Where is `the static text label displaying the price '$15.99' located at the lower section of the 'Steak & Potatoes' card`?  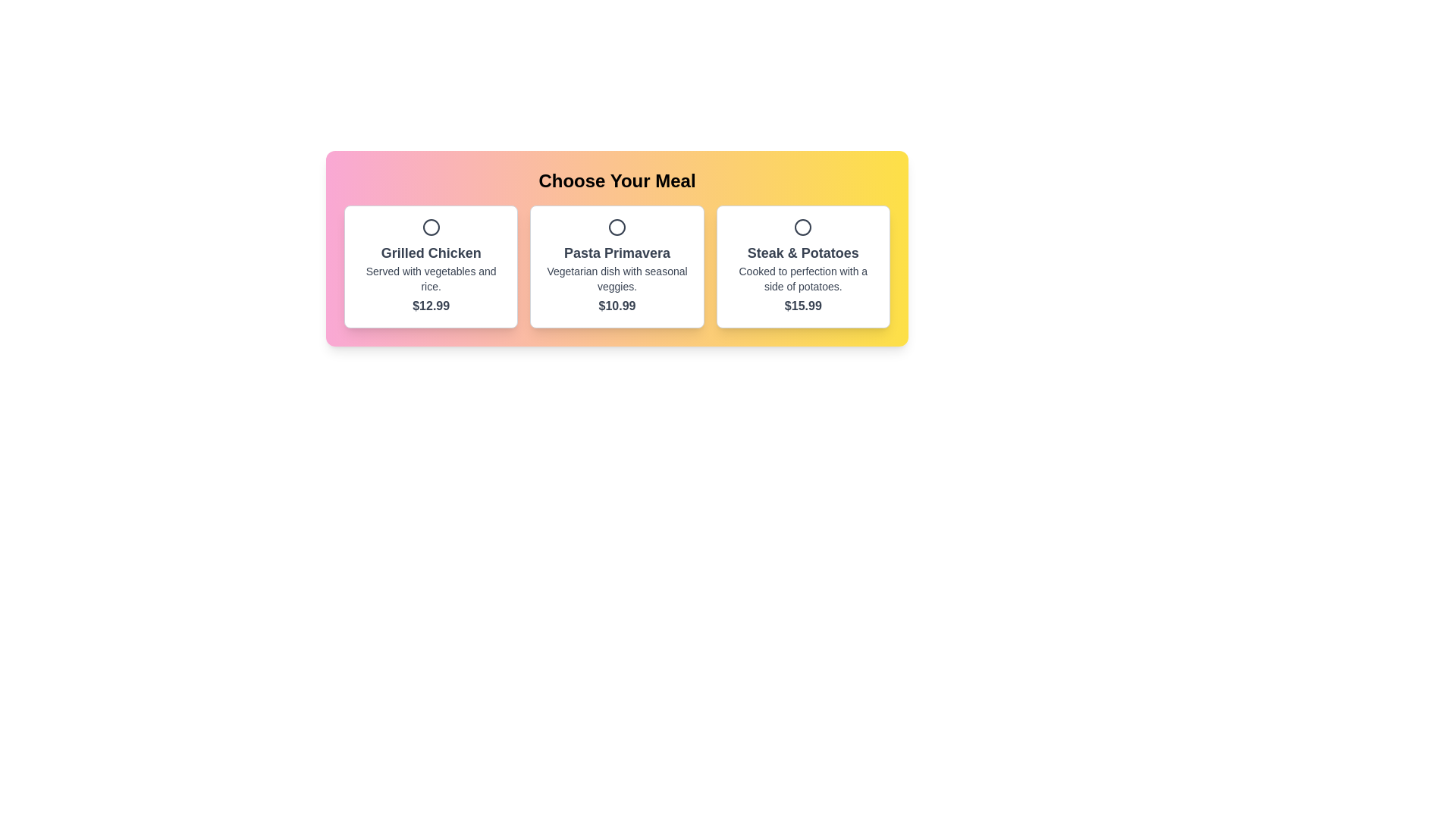 the static text label displaying the price '$15.99' located at the lower section of the 'Steak & Potatoes' card is located at coordinates (802, 306).